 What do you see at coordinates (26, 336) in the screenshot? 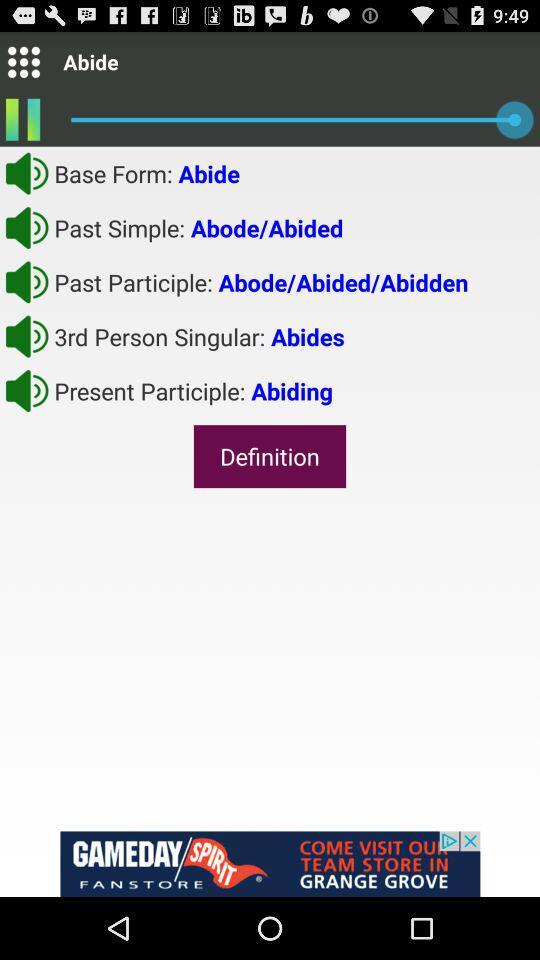
I see `the volume option` at bounding box center [26, 336].